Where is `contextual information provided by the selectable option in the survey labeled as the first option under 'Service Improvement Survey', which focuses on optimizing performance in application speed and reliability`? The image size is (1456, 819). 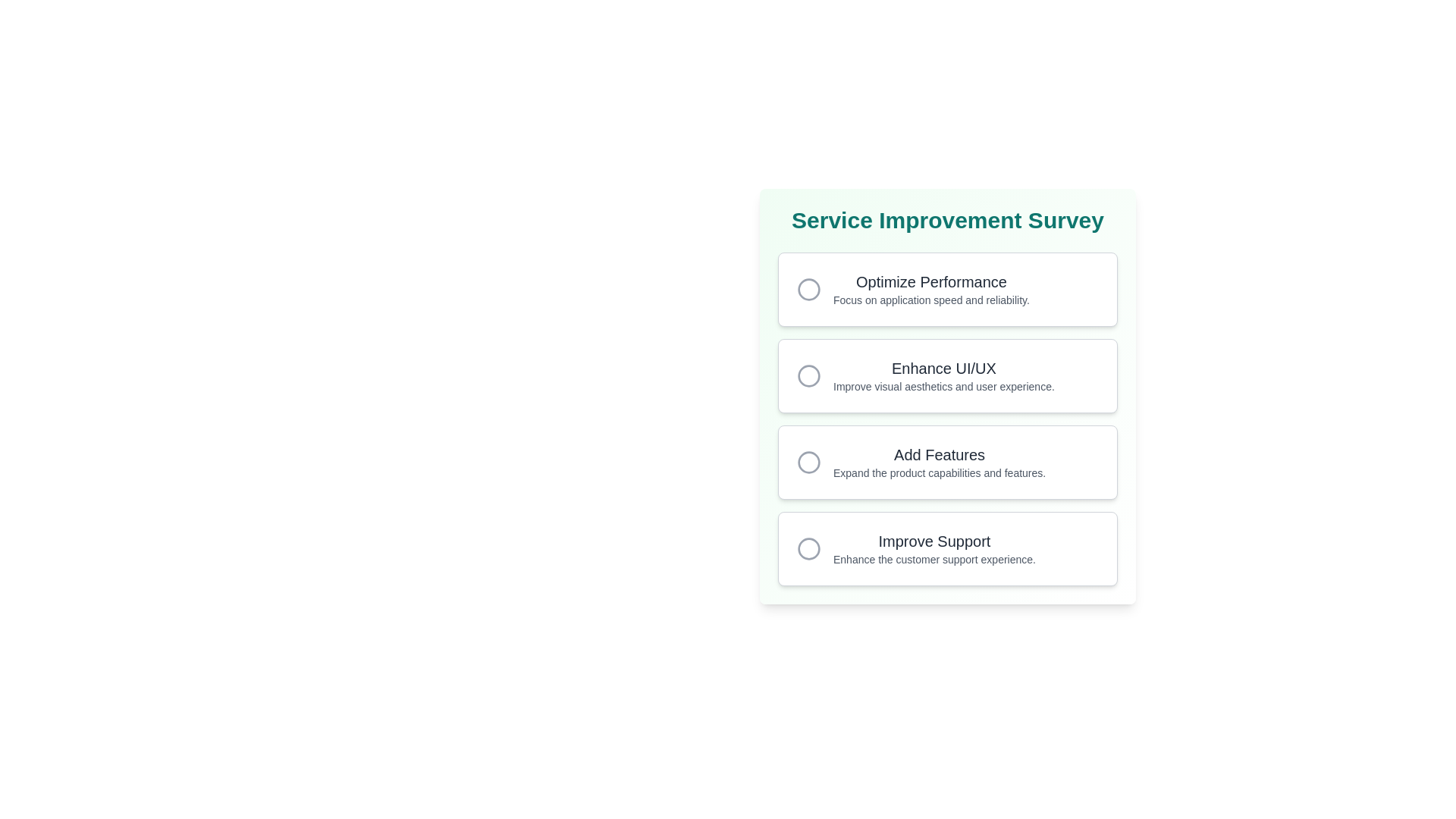 contextual information provided by the selectable option in the survey labeled as the first option under 'Service Improvement Survey', which focuses on optimizing performance in application speed and reliability is located at coordinates (930, 289).